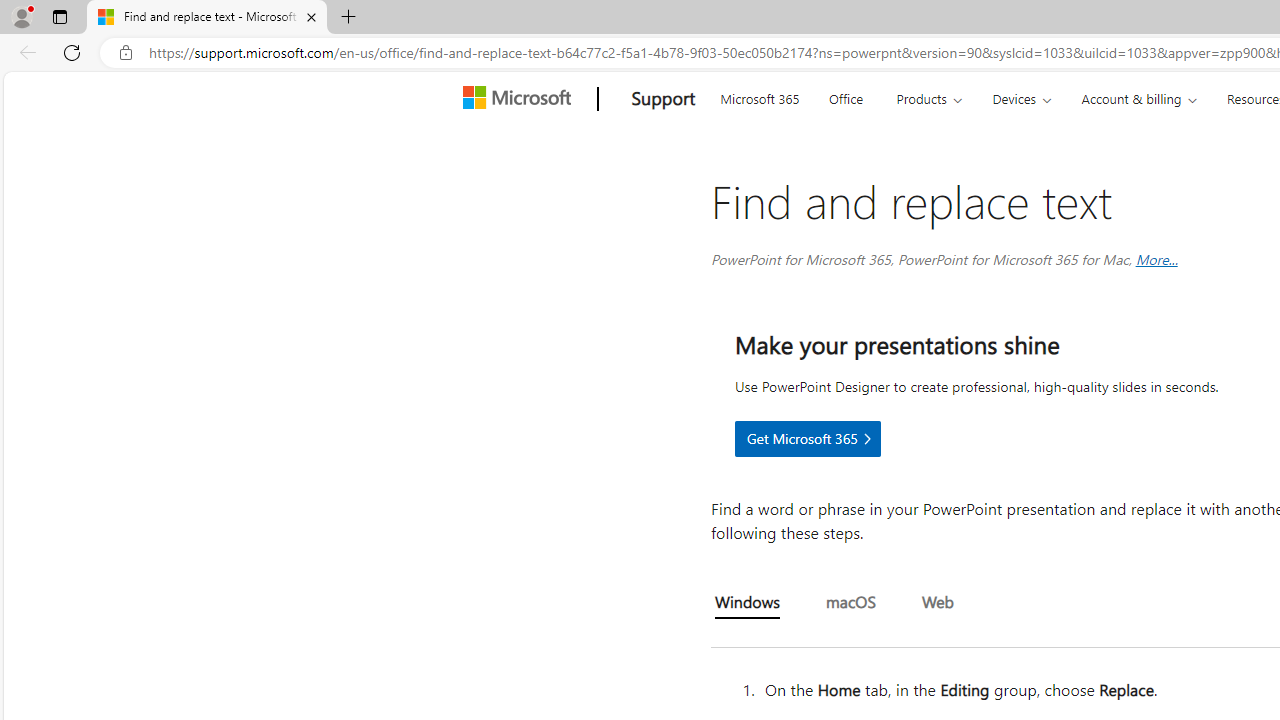 The height and width of the screenshot is (720, 1280). Describe the element at coordinates (59, 16) in the screenshot. I see `'Tab actions menu'` at that location.